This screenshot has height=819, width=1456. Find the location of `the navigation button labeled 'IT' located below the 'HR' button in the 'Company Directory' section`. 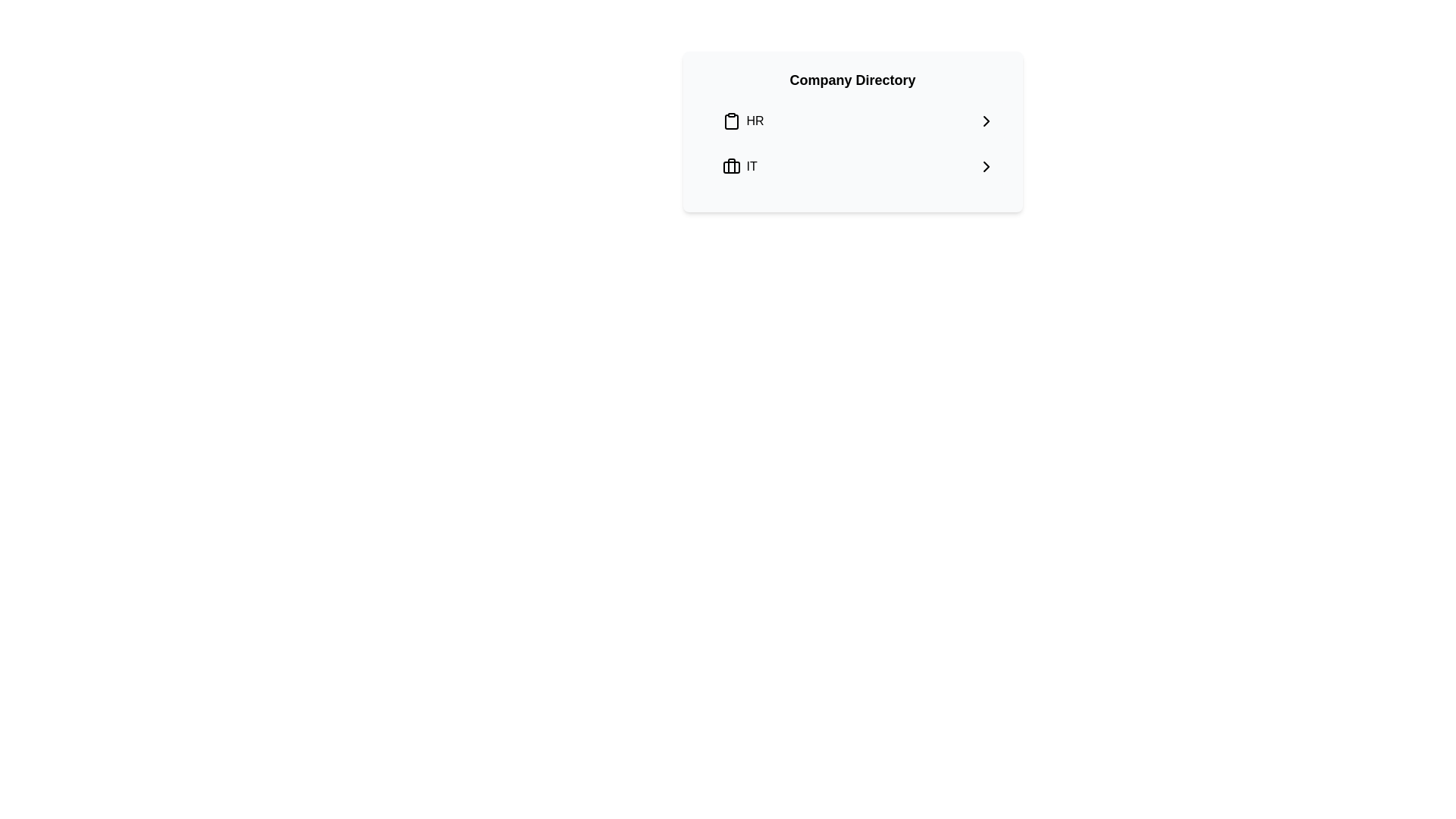

the navigation button labeled 'IT' located below the 'HR' button in the 'Company Directory' section is located at coordinates (858, 166).